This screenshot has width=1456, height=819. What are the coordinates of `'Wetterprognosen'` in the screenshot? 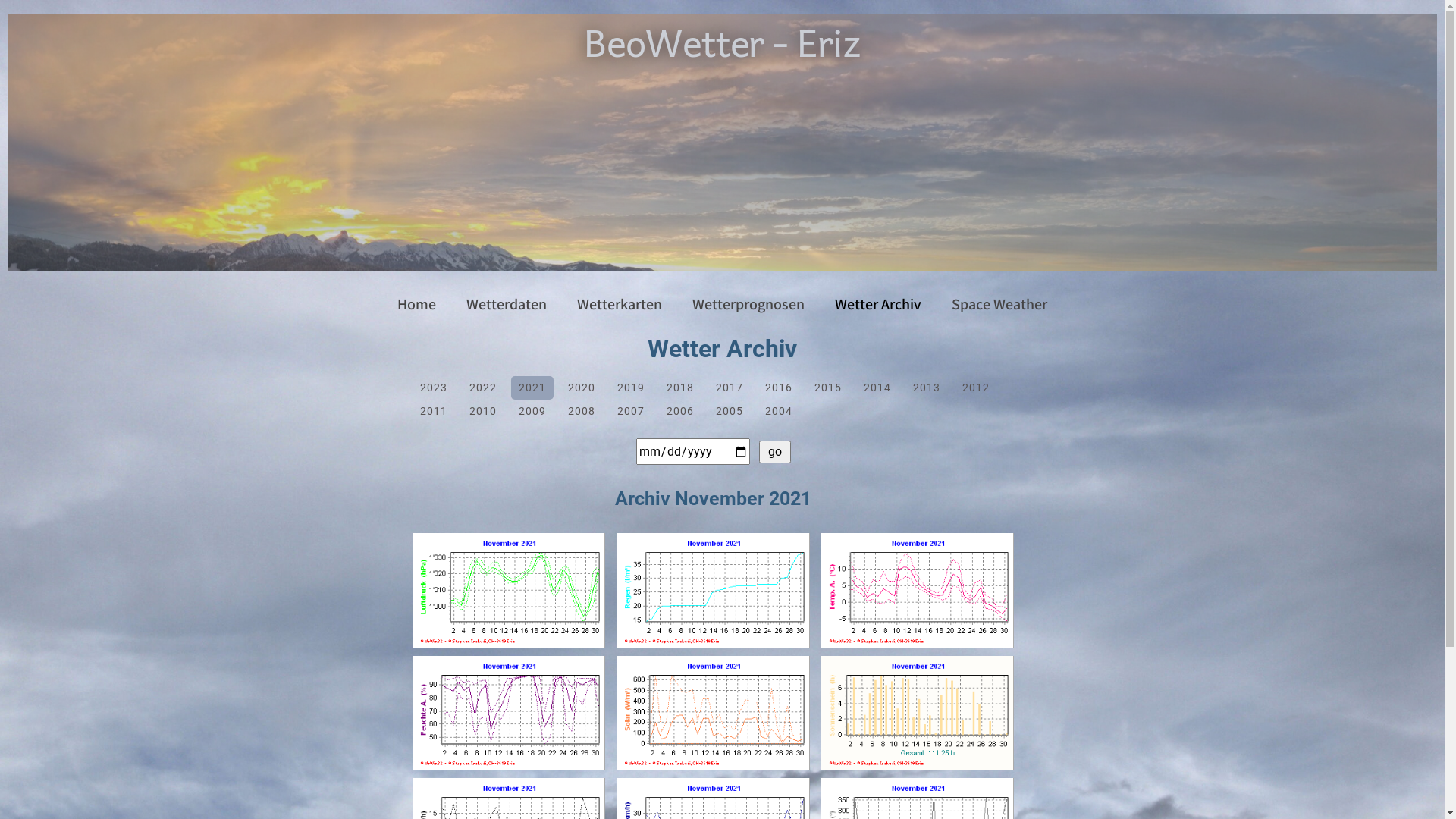 It's located at (748, 304).